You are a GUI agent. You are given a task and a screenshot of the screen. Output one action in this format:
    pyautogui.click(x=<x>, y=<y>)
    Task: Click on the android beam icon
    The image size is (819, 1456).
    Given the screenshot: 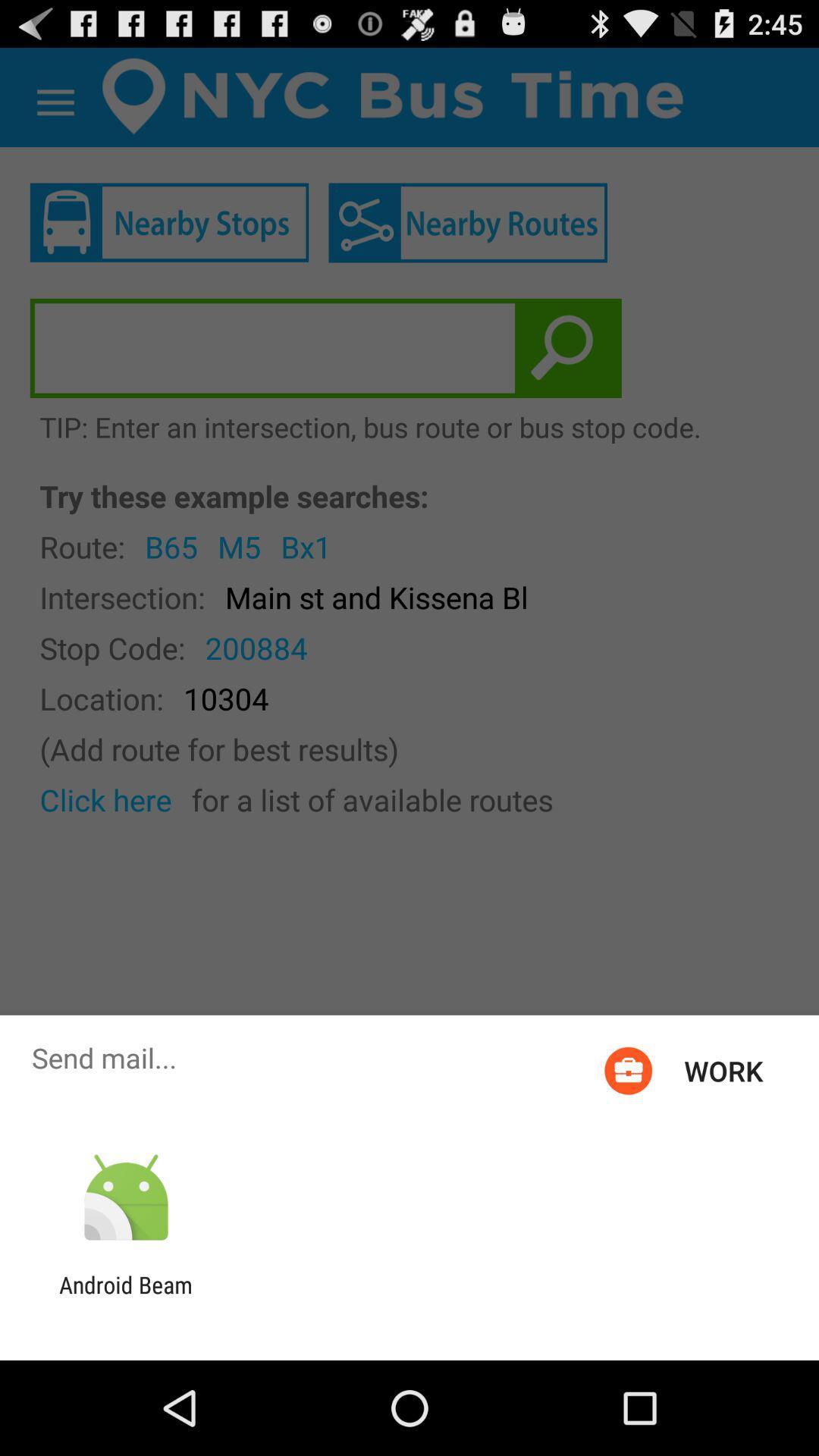 What is the action you would take?
    pyautogui.click(x=125, y=1298)
    